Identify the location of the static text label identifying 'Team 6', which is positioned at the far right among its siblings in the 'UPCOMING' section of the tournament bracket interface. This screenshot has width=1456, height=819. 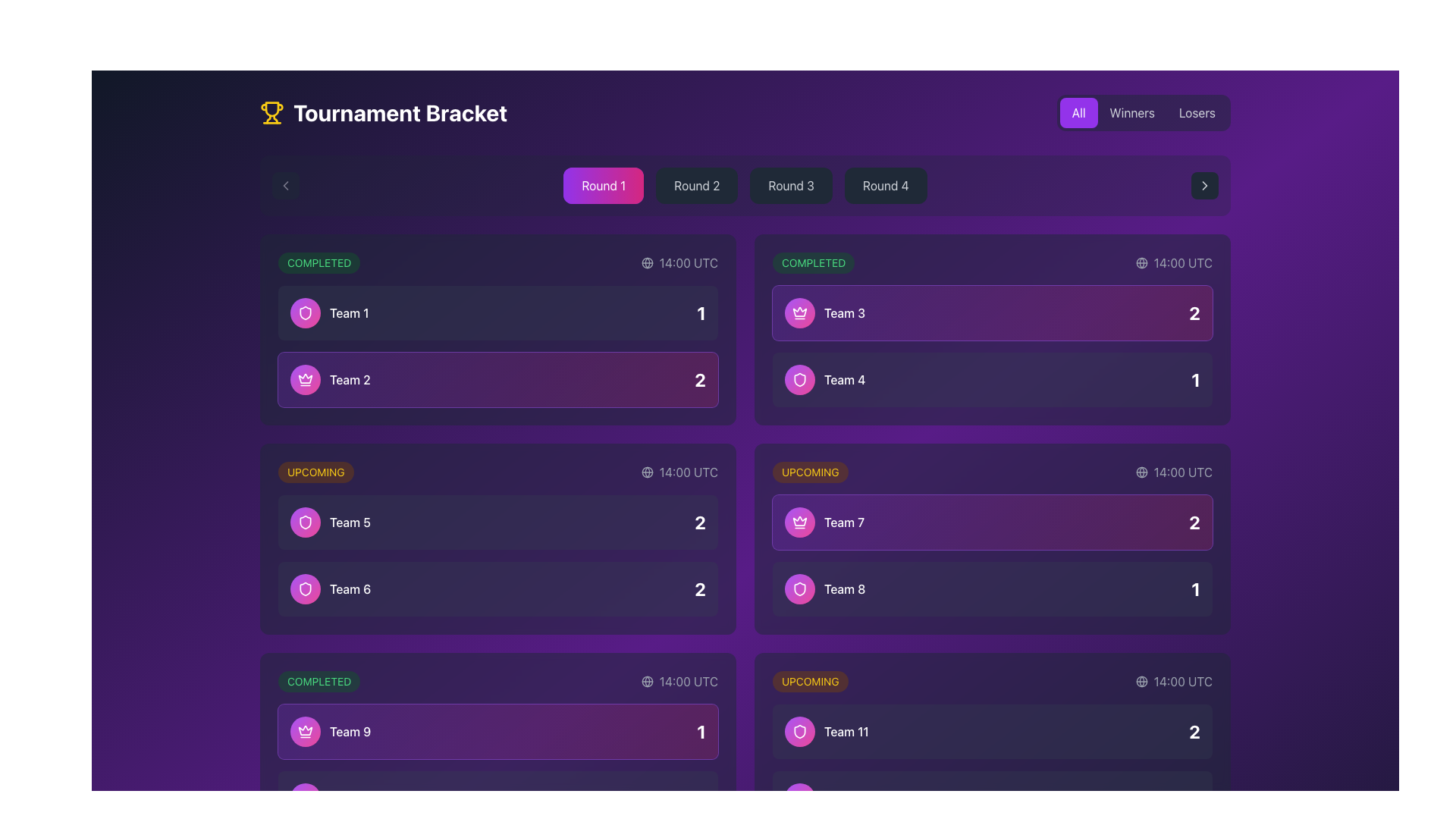
(350, 588).